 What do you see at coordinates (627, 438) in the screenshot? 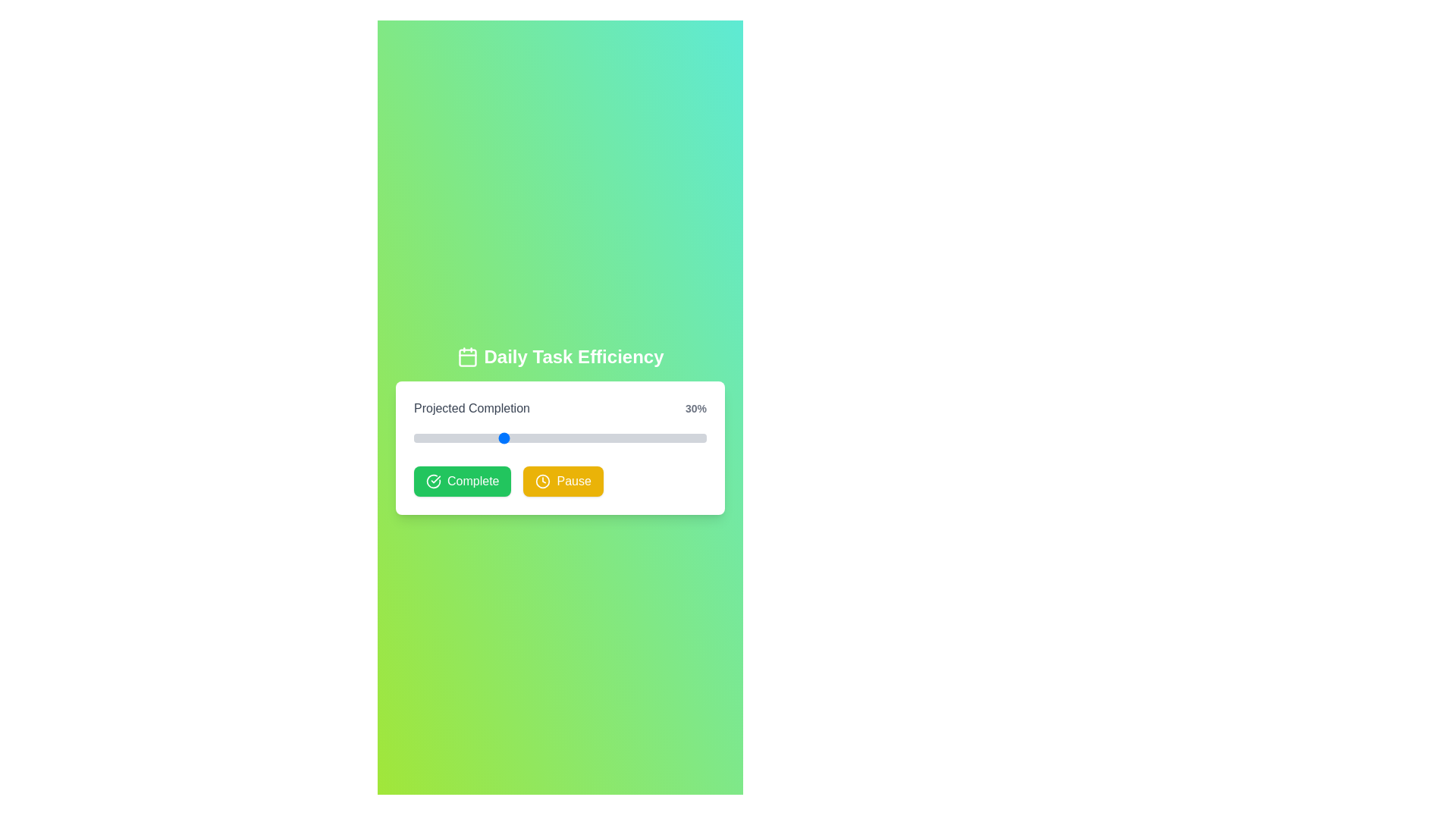
I see `the slider to set the progress to 73%` at bounding box center [627, 438].